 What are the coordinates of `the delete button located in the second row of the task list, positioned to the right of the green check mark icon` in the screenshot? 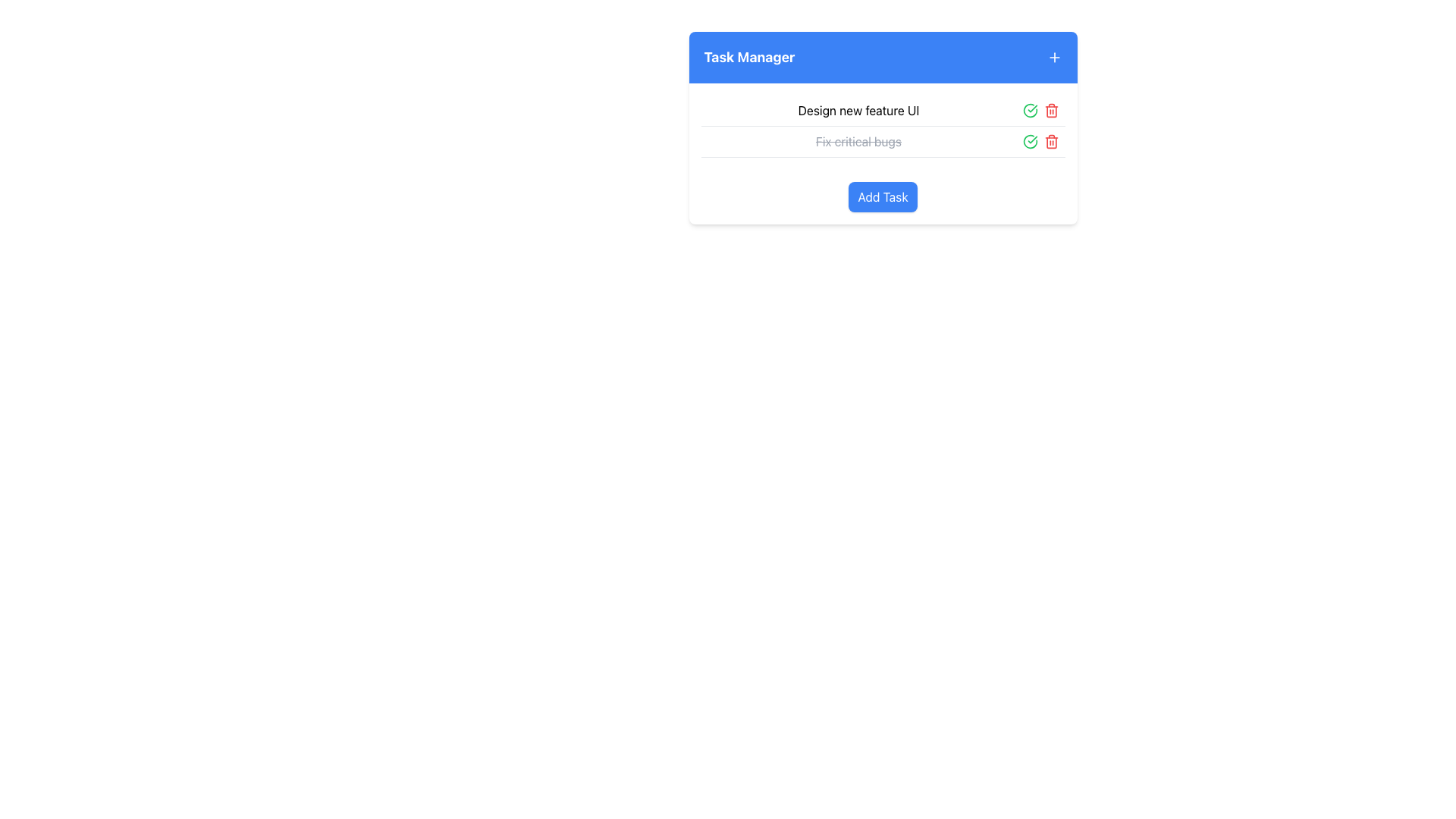 It's located at (1050, 141).